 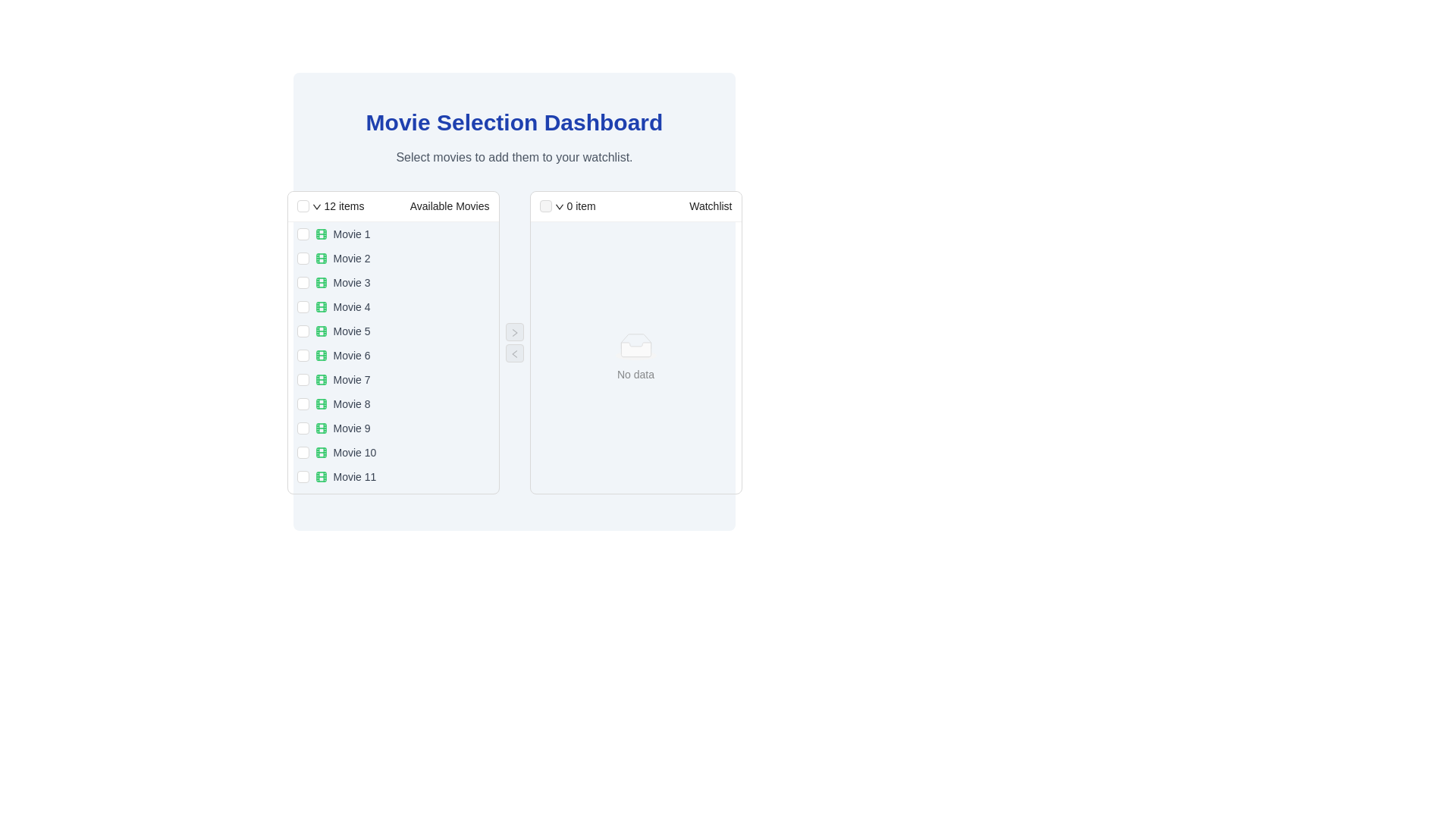 What do you see at coordinates (320, 379) in the screenshot?
I see `the green film reel icon next to the 'Movie 7' label in the 'Available Movies' list on the dashboard` at bounding box center [320, 379].